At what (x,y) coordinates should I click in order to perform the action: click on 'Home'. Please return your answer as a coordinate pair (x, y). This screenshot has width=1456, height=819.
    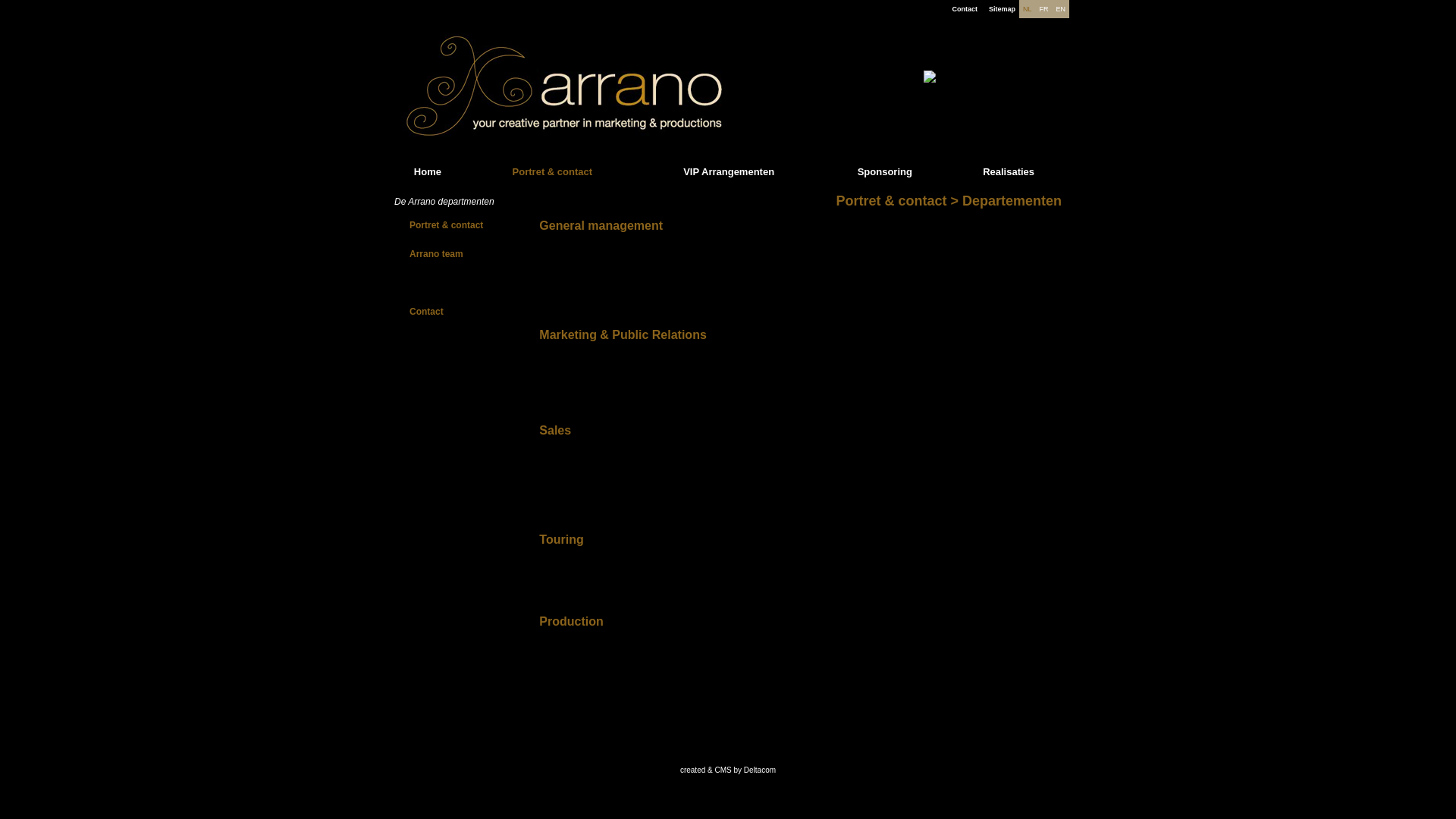
    Looking at the image, I should click on (426, 171).